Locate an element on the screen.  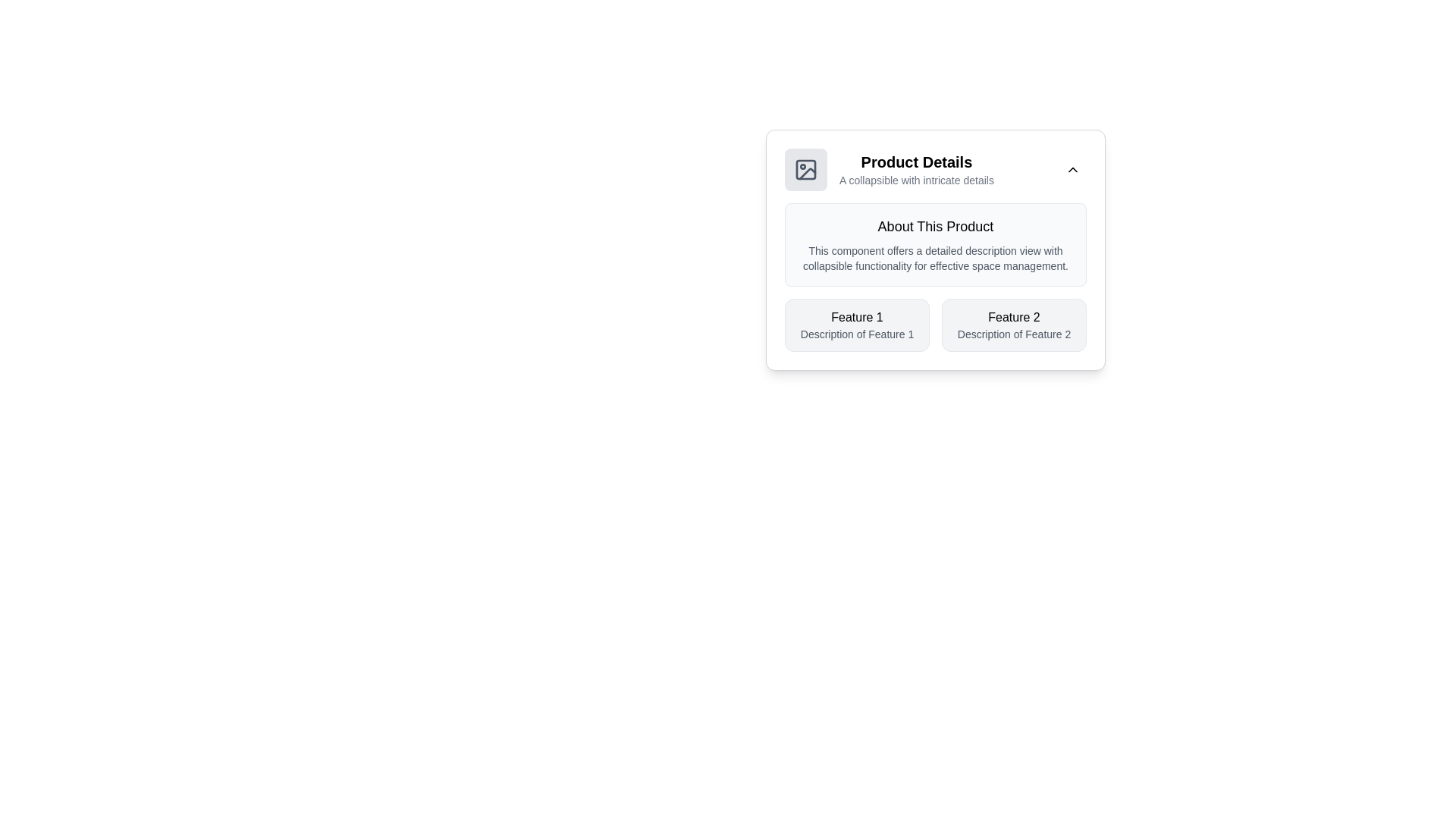
the decorative icon component located in the top-left corner of the SVG graphic adjacent to the 'Product Details' header is located at coordinates (805, 169).